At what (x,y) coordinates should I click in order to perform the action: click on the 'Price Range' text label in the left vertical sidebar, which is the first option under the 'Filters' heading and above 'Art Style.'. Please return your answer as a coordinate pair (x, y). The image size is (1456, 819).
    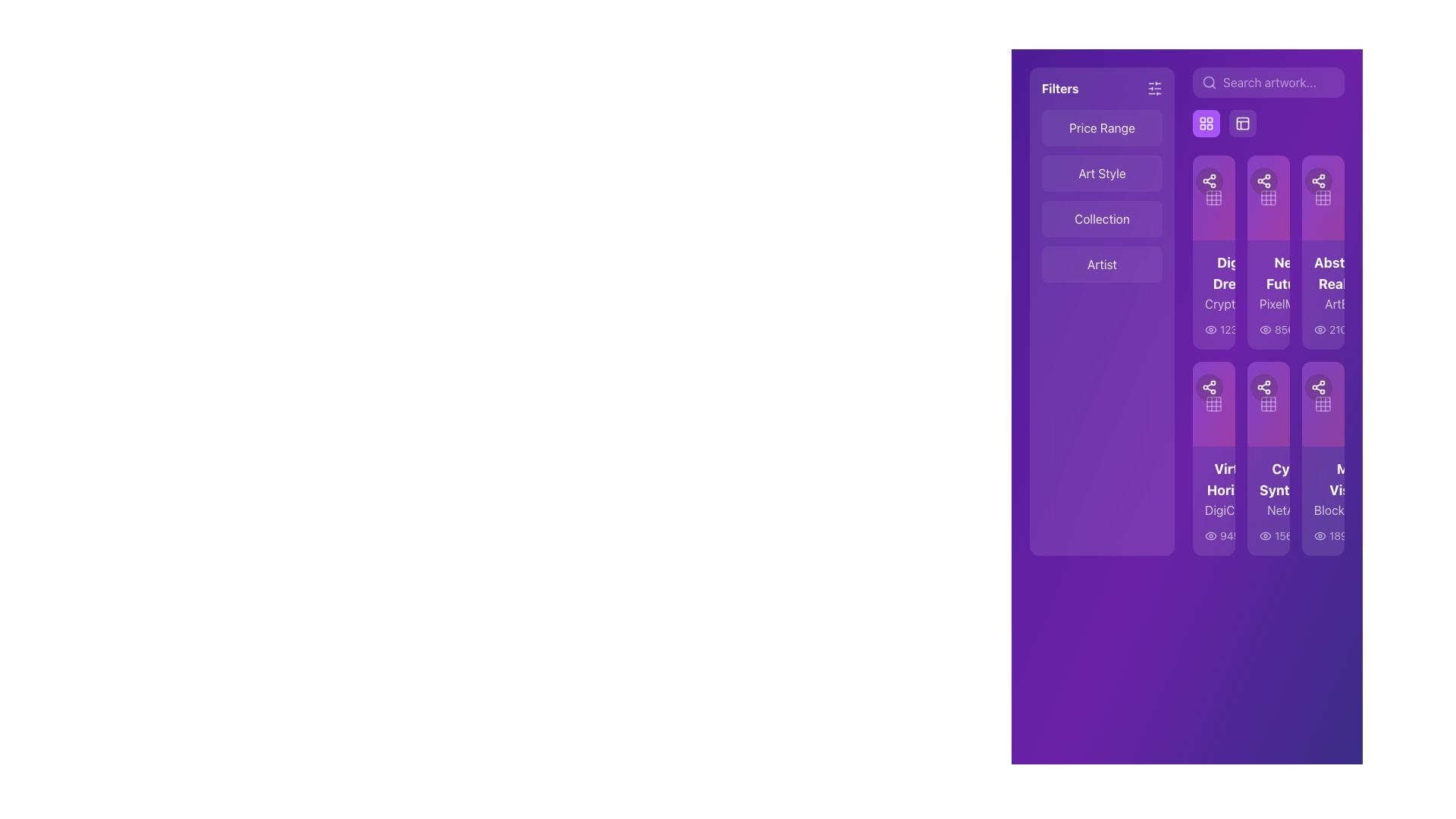
    Looking at the image, I should click on (1102, 127).